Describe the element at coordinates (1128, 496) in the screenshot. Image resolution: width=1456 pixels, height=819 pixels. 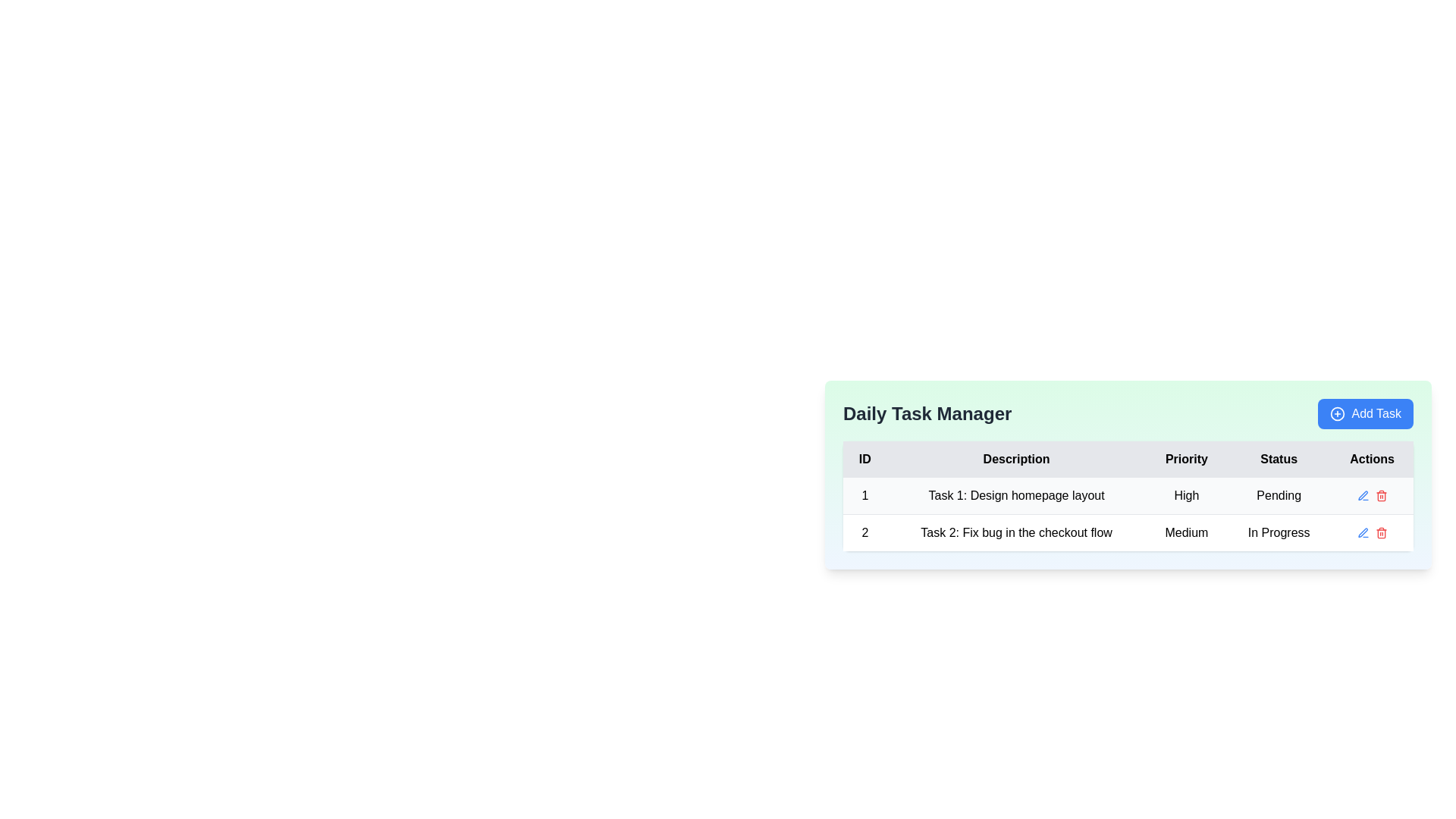
I see `the first row in the 'Daily Task Manager' table, which contains the task ID '1', description 'Task 1: Design homepage layout', priority 'High', and status 'Pending'` at that location.